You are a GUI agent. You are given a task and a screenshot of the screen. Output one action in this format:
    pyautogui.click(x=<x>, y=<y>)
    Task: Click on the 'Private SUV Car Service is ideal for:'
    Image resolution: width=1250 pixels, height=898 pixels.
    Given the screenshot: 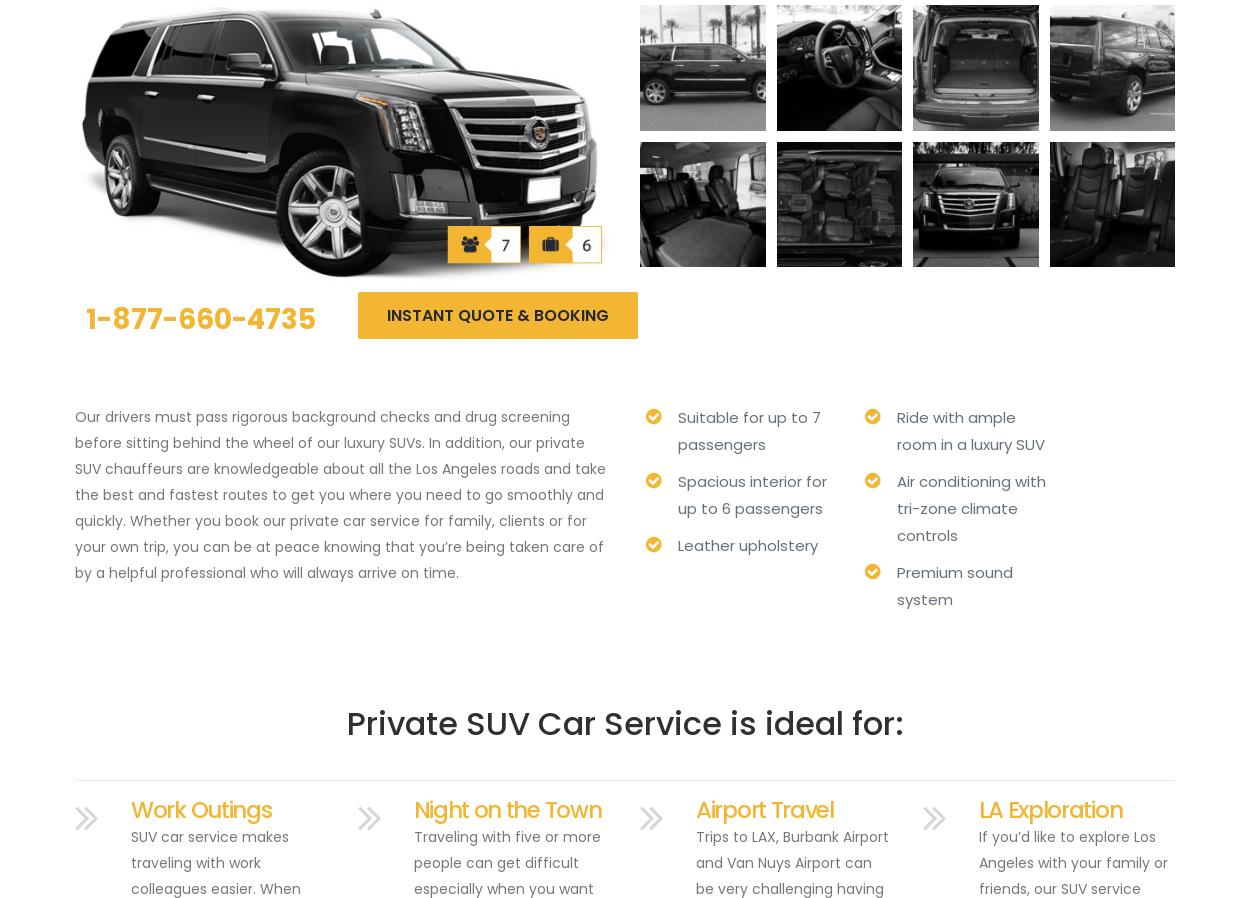 What is the action you would take?
    pyautogui.click(x=623, y=723)
    